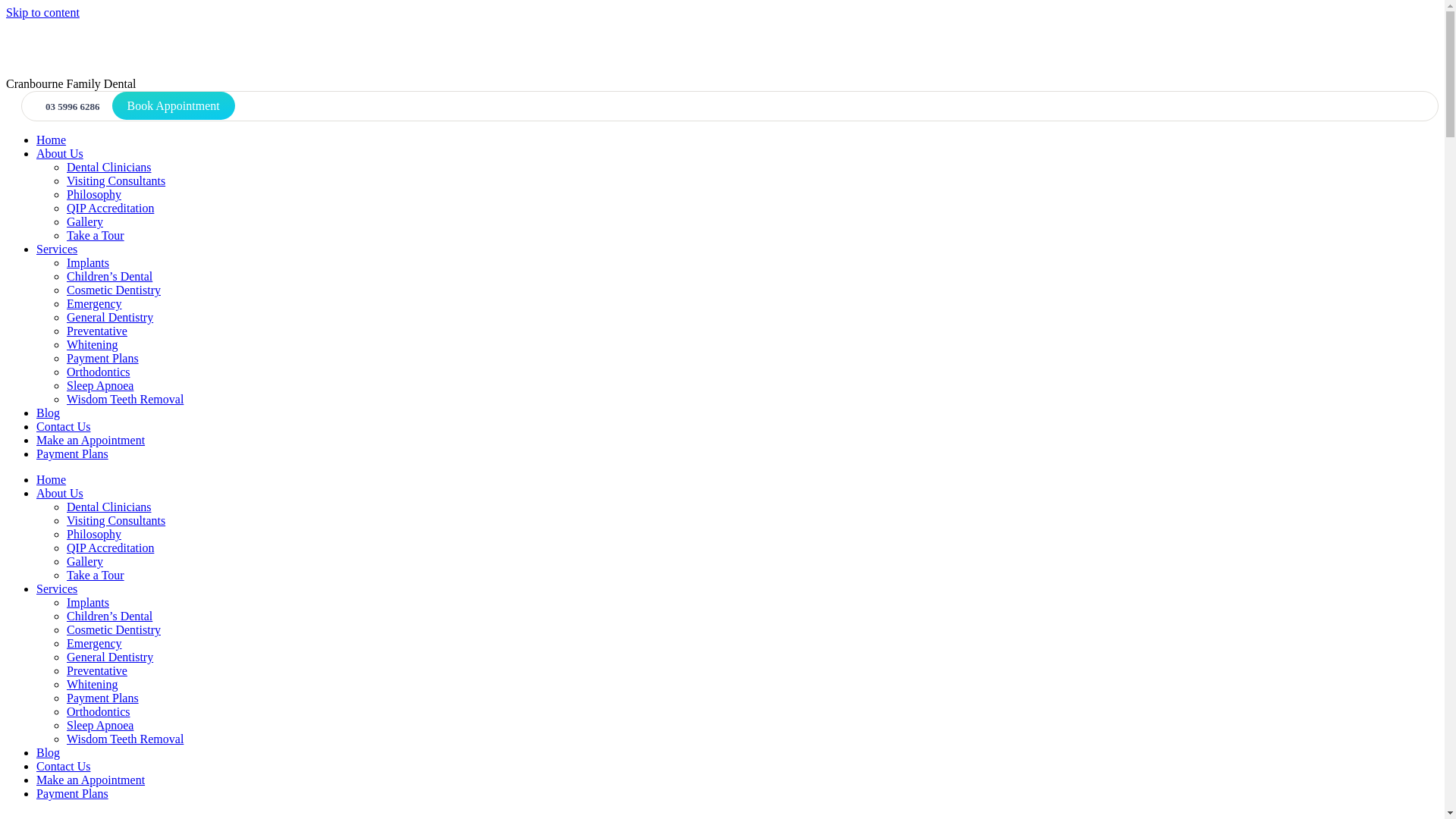 This screenshot has height=819, width=1456. What do you see at coordinates (51, 140) in the screenshot?
I see `'Home'` at bounding box center [51, 140].